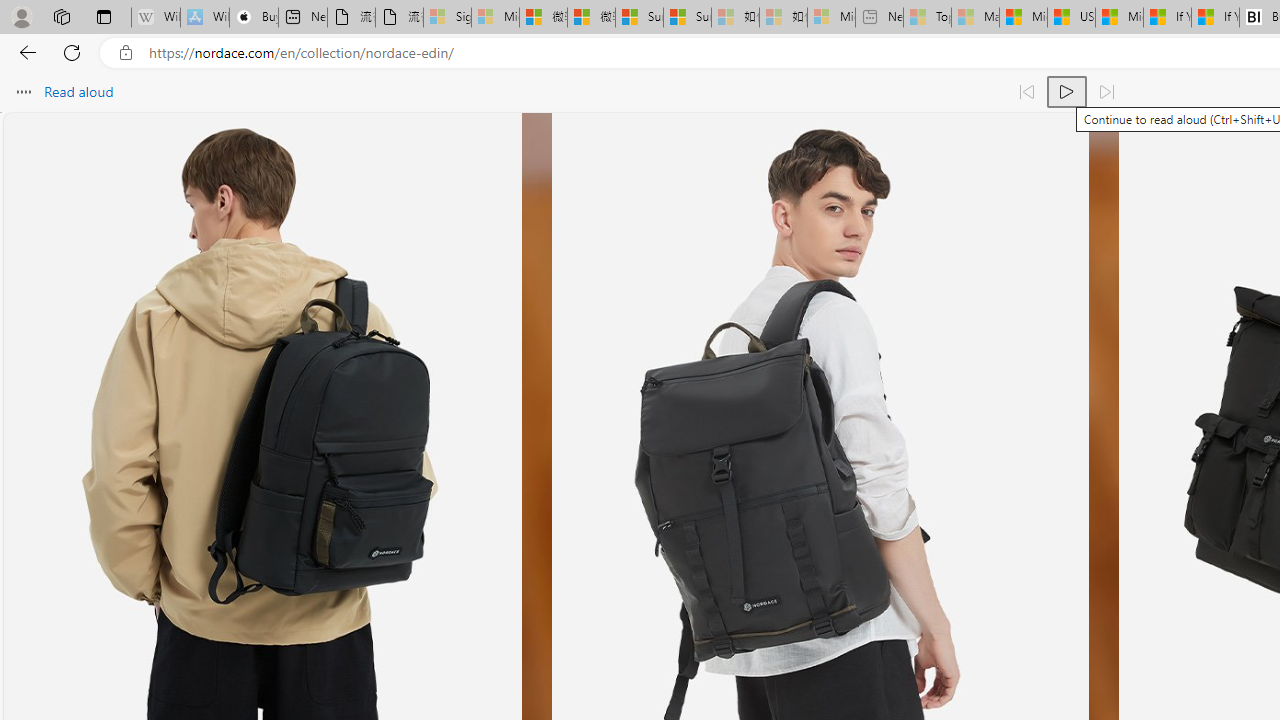  I want to click on 'Buy iPad - Apple', so click(253, 17).